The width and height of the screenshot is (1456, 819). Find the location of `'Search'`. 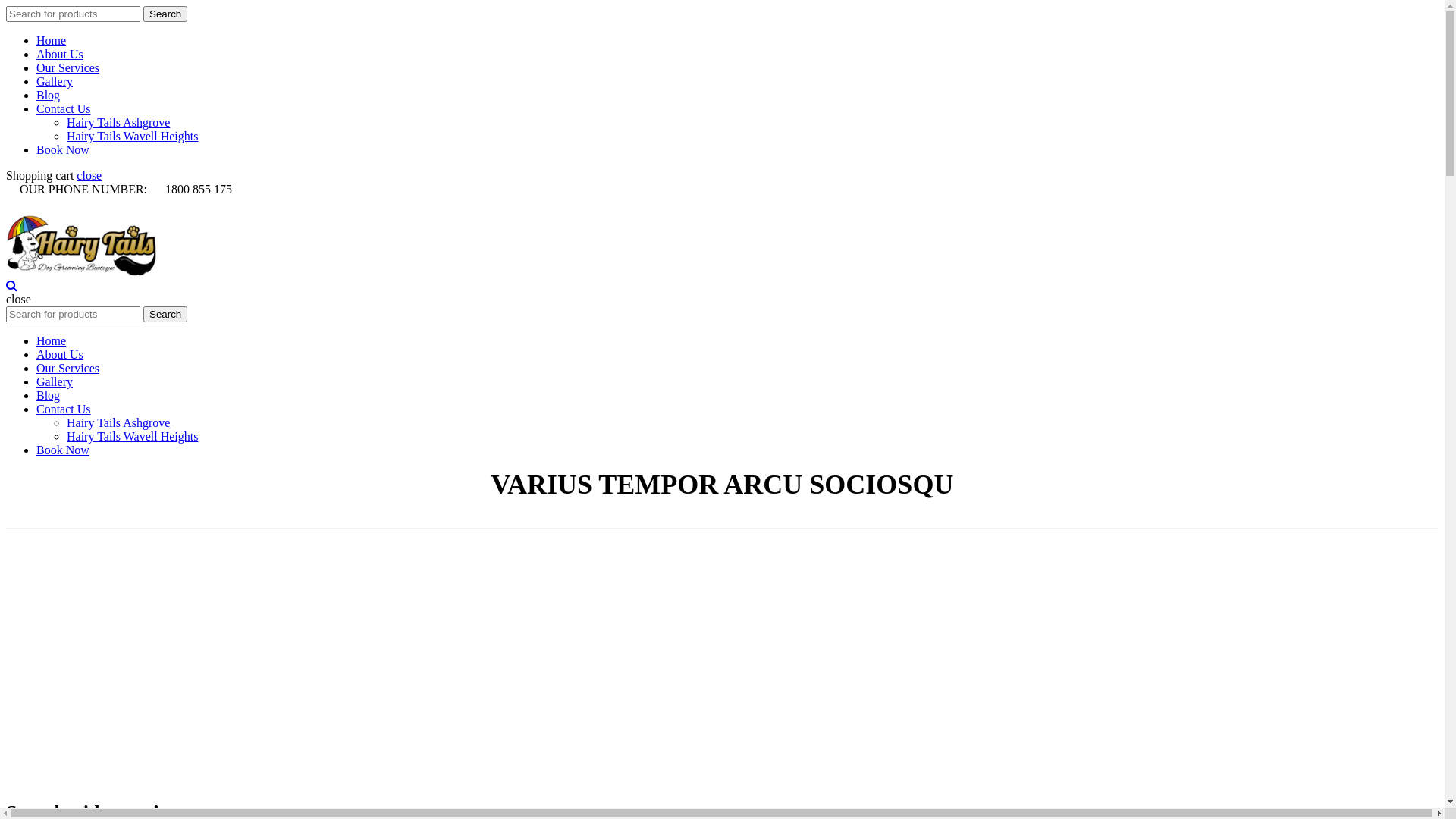

'Search' is located at coordinates (165, 313).